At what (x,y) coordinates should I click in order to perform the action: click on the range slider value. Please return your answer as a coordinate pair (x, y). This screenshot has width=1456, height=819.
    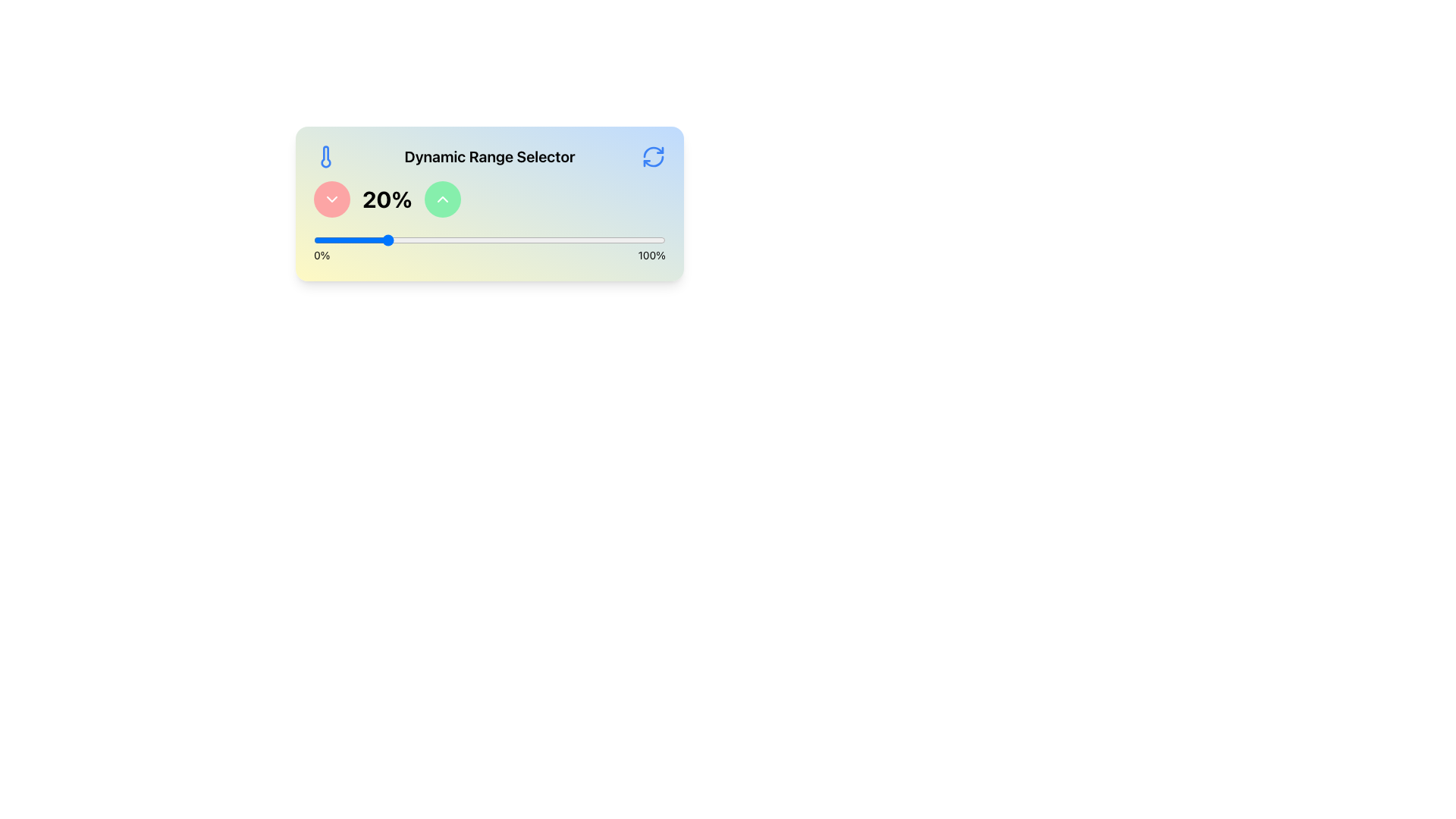
    Looking at the image, I should click on (563, 239).